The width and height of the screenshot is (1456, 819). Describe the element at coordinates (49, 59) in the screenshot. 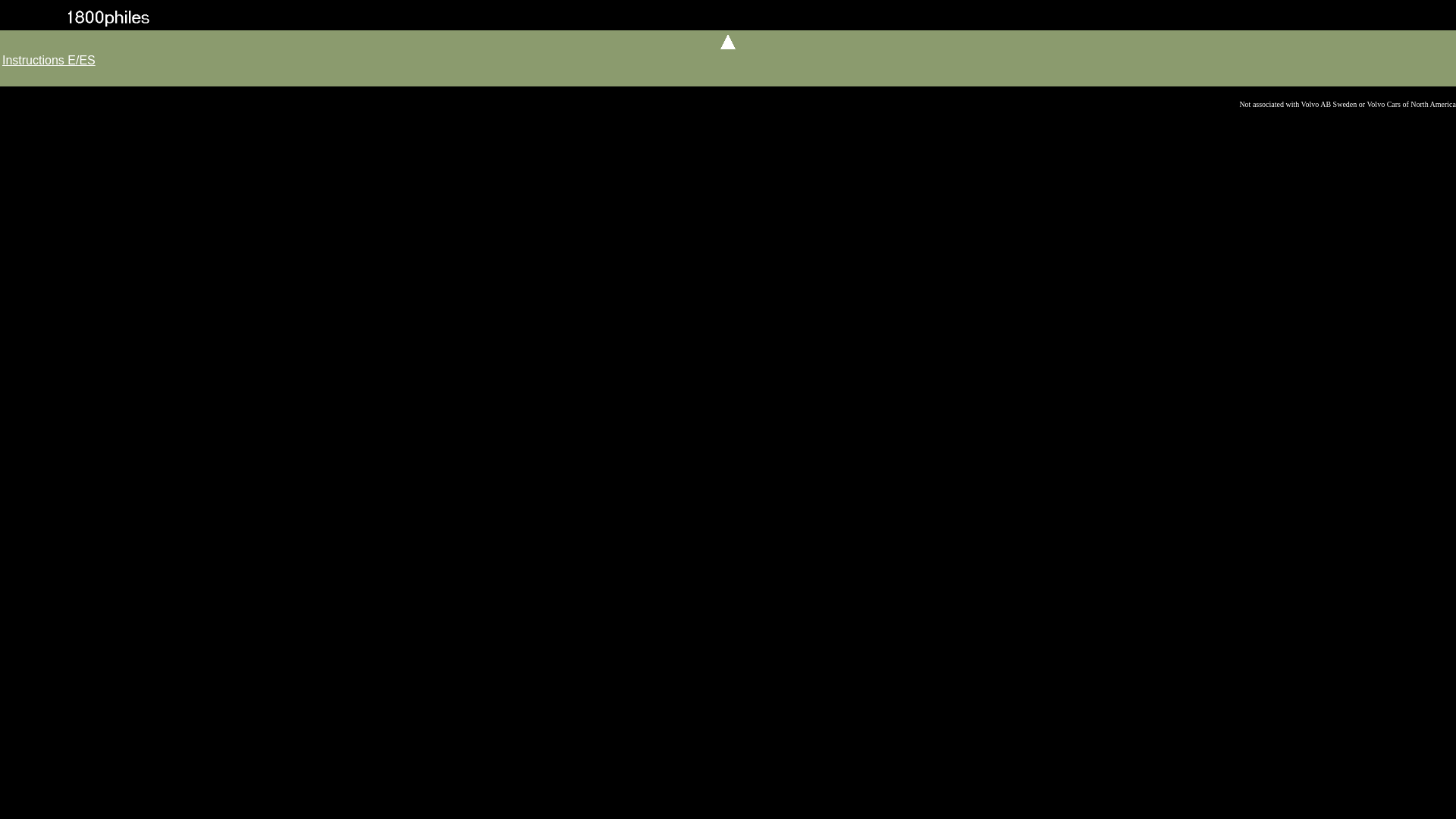

I see `'Instructions E/ES'` at that location.